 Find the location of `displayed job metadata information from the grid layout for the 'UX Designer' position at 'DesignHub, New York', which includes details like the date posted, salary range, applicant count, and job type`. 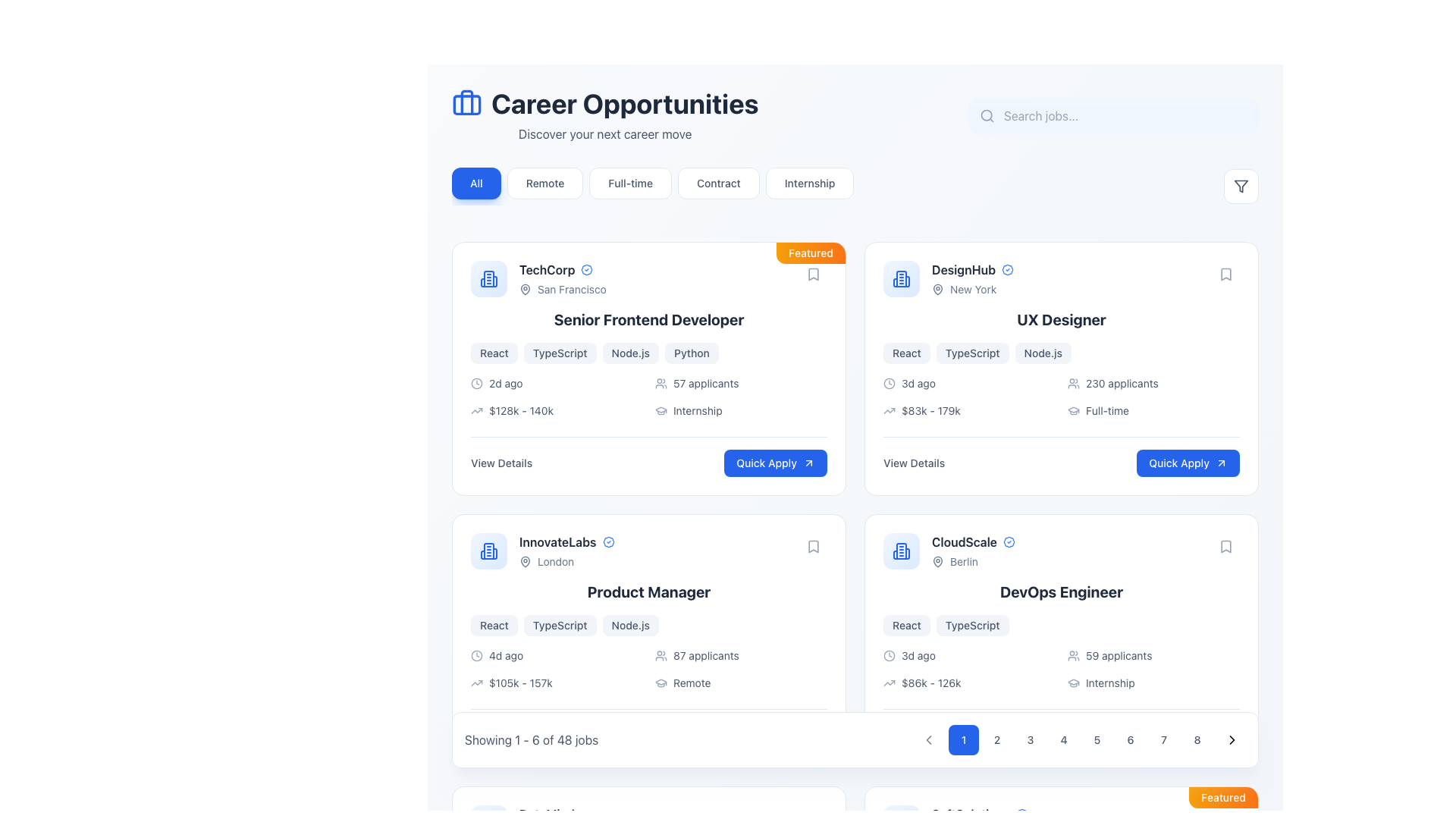

displayed job metadata information from the grid layout for the 'UX Designer' position at 'DesignHub, New York', which includes details like the date posted, salary range, applicant count, and job type is located at coordinates (1061, 397).